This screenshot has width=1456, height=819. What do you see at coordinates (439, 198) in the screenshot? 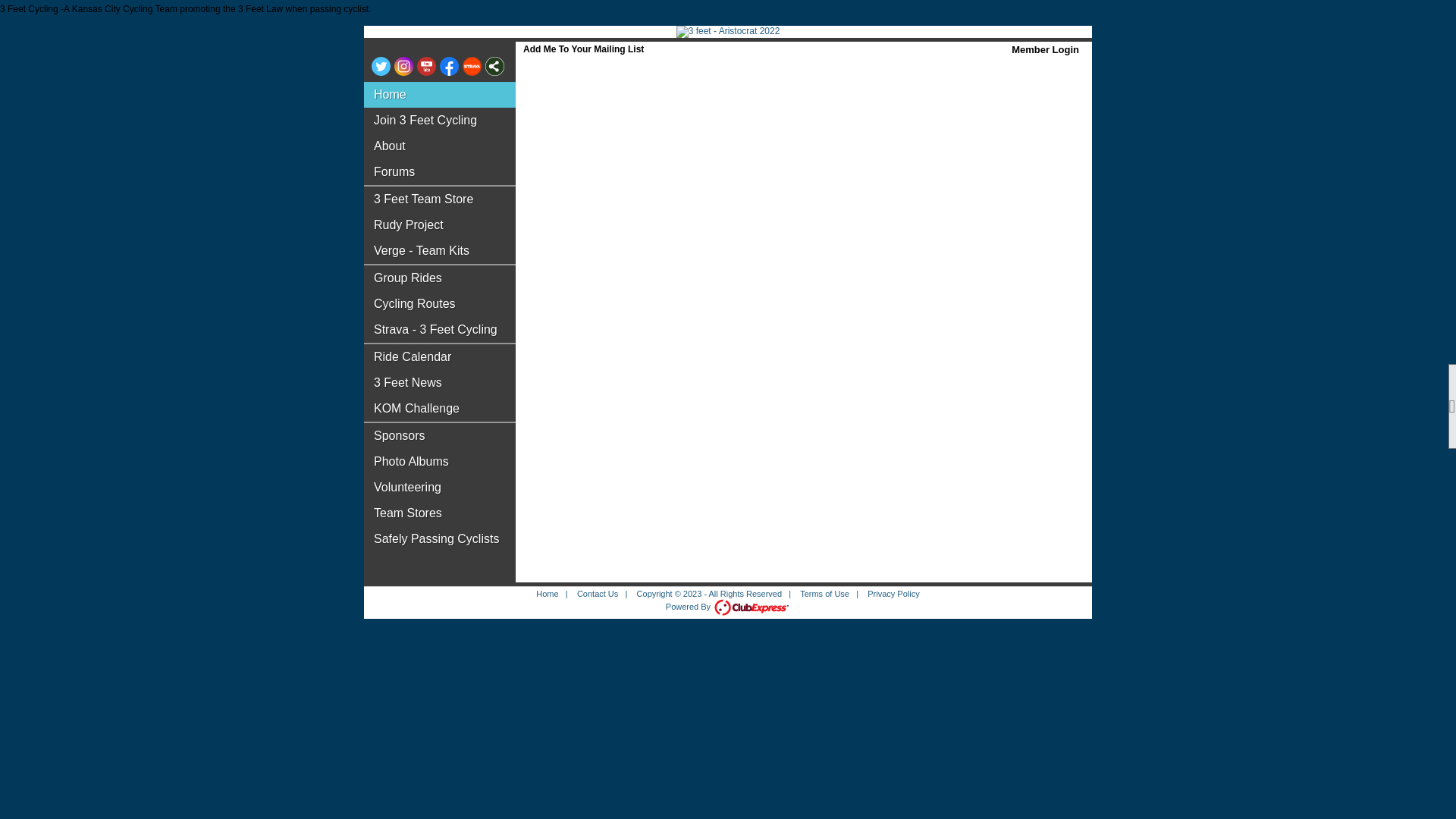
I see `'3 Feet Team Store'` at bounding box center [439, 198].